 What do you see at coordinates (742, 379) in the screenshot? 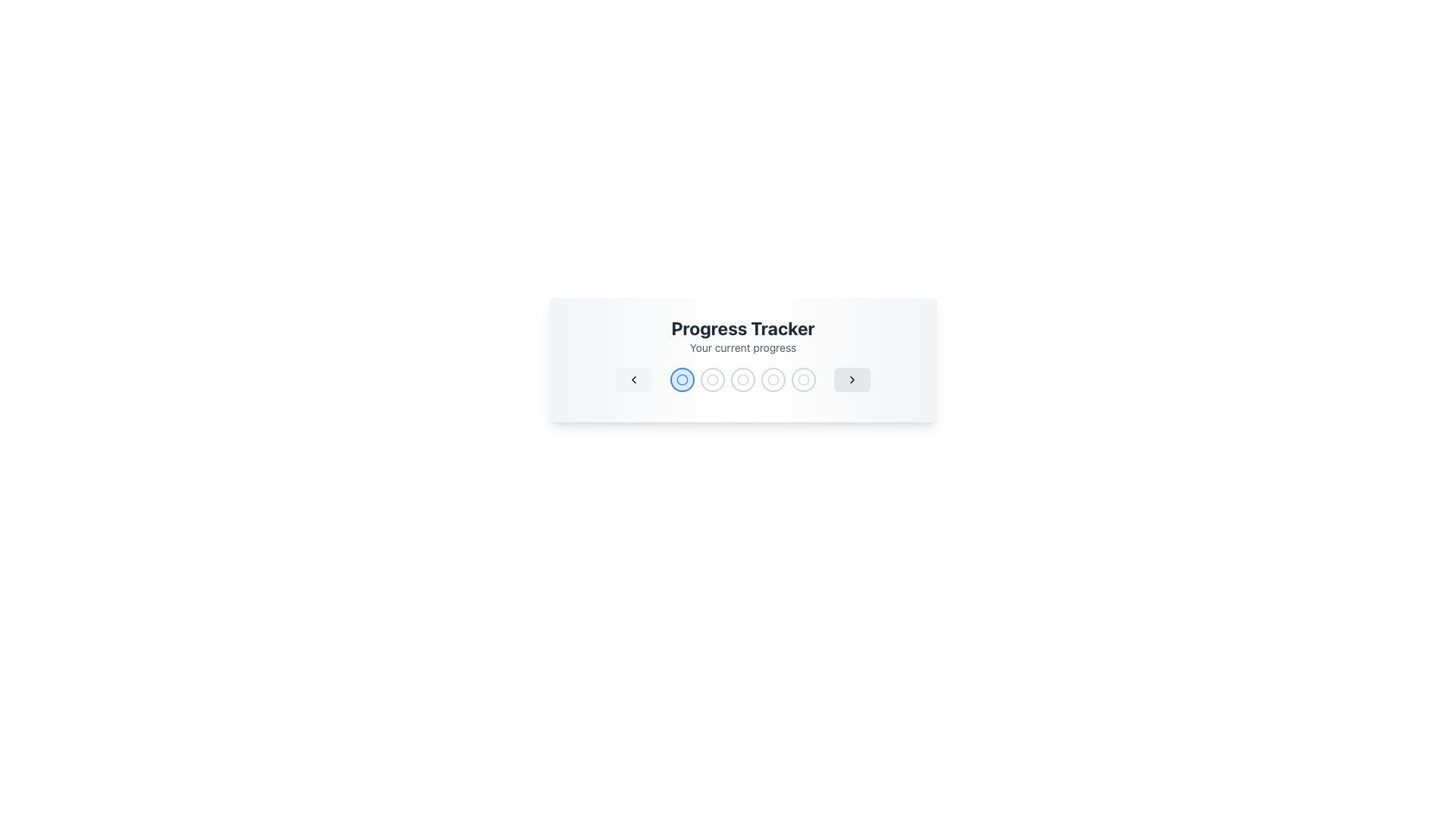
I see `the third circular graphic element in the progress tracker interface, which serves as a visual indicator for a specific step or milestone` at bounding box center [742, 379].